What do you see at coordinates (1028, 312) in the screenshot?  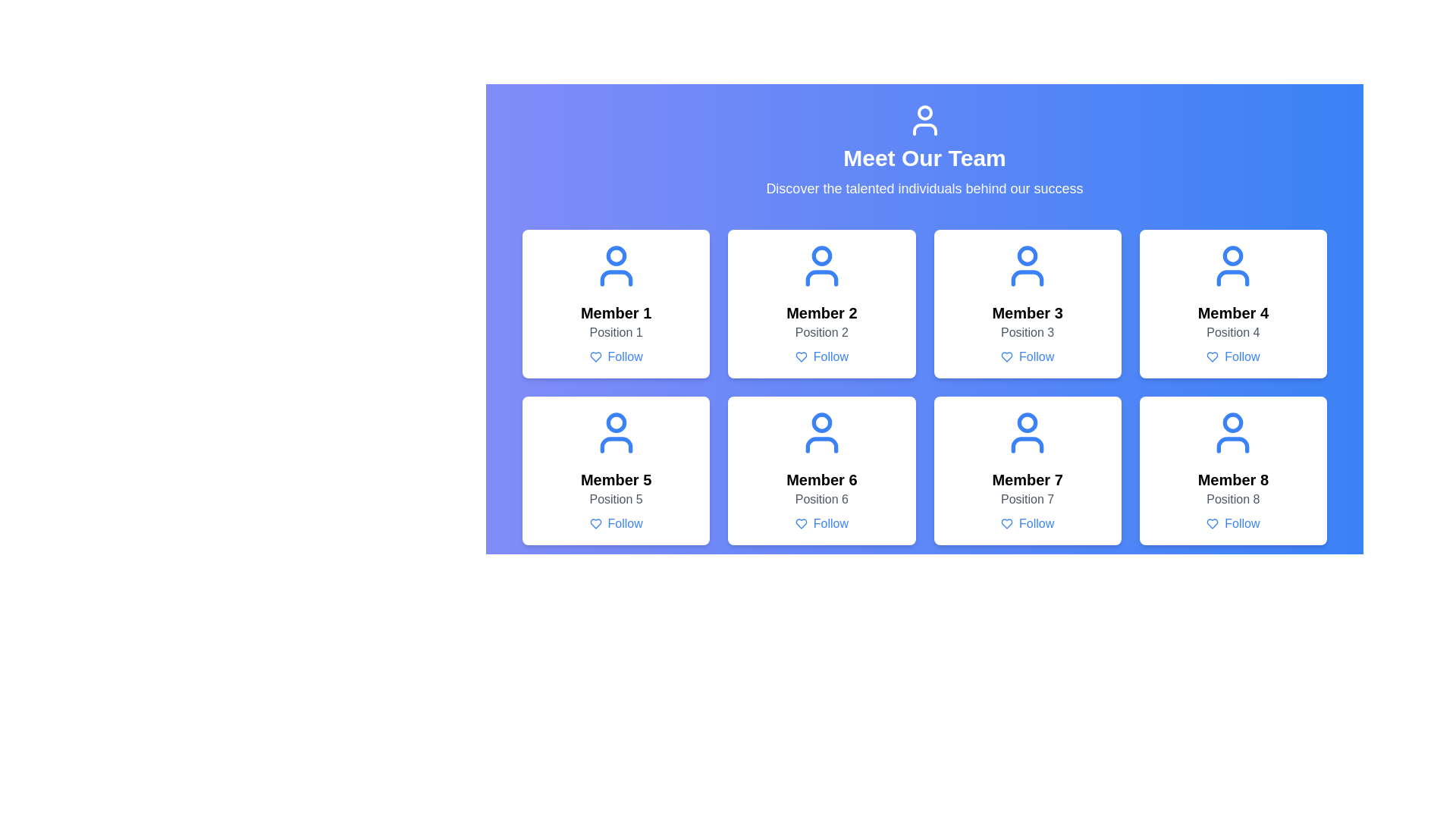 I see `the prominently styled text label displaying 'Member 3' in bold font, located in the third card from the left on the first row of the team member grid` at bounding box center [1028, 312].